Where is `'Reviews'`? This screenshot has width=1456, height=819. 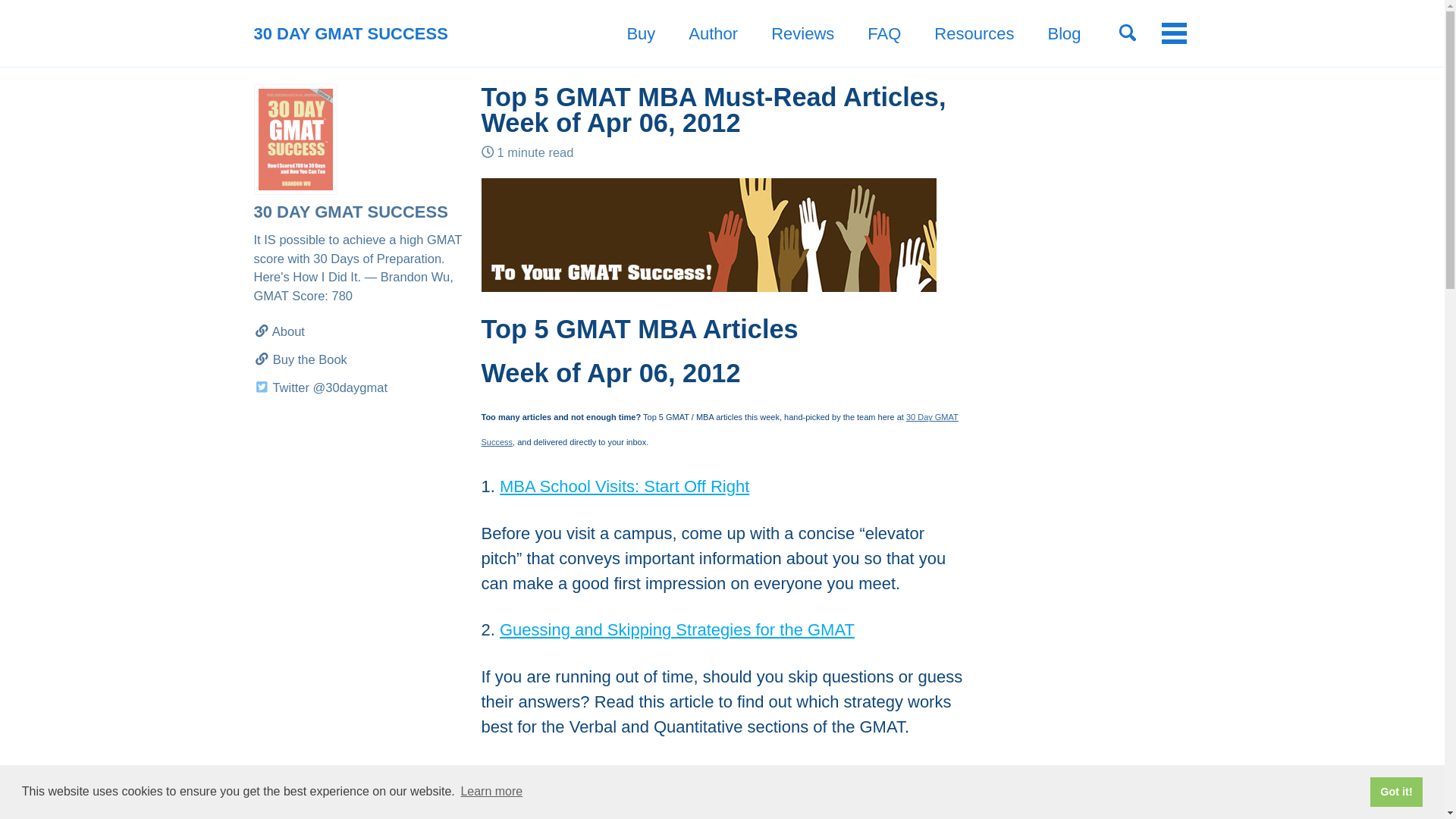
'Reviews' is located at coordinates (802, 33).